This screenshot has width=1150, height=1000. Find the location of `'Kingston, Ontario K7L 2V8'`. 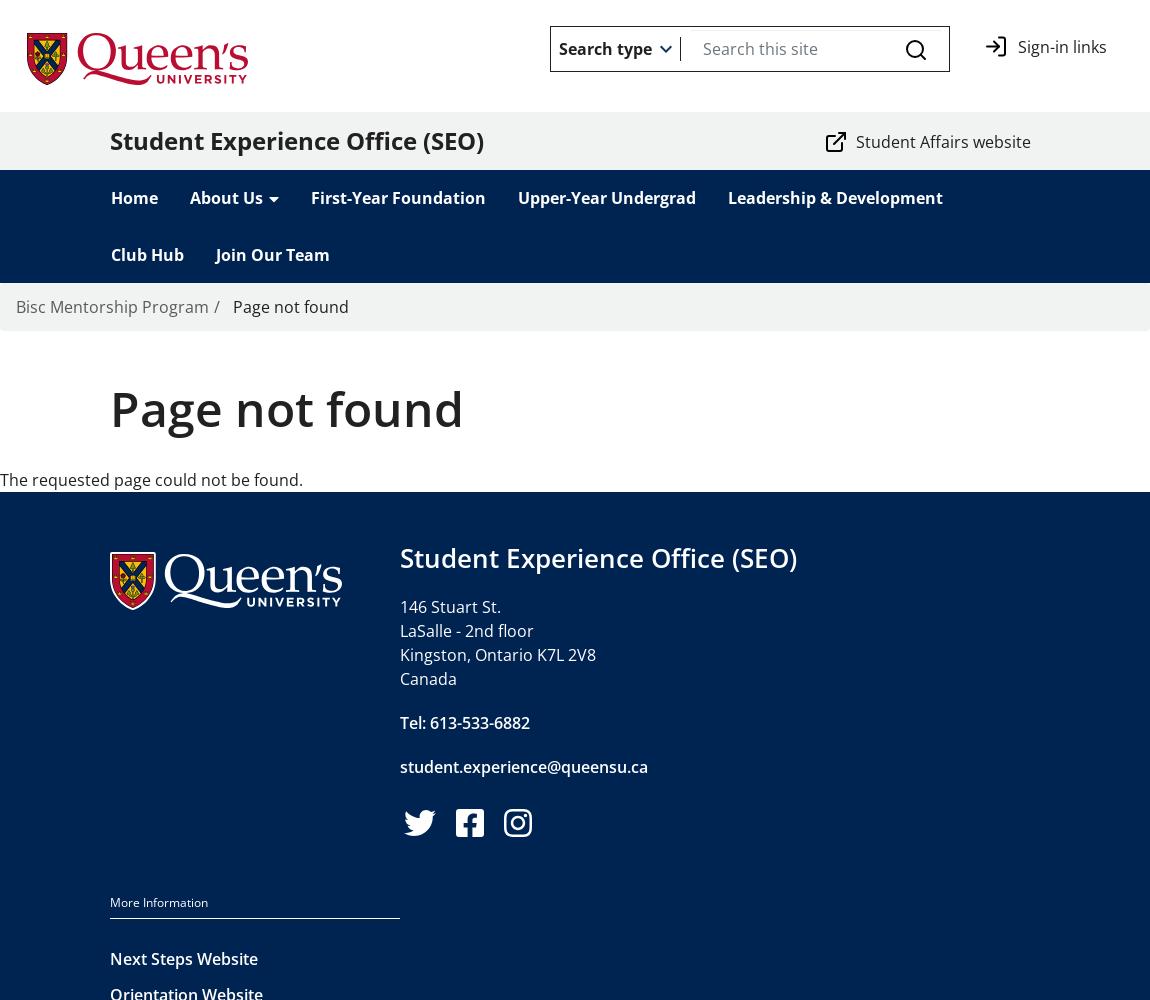

'Kingston, Ontario K7L 2V8' is located at coordinates (399, 654).